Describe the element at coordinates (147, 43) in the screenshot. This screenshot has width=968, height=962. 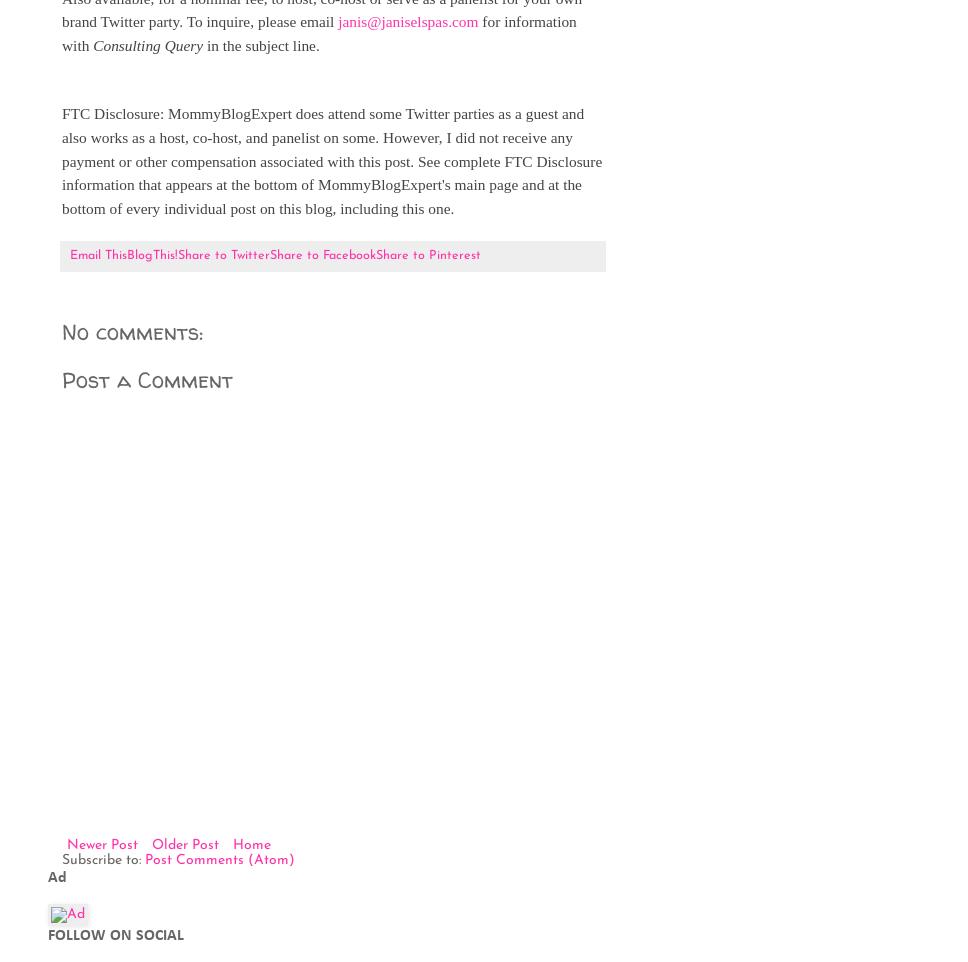
I see `'Consulting Query'` at that location.